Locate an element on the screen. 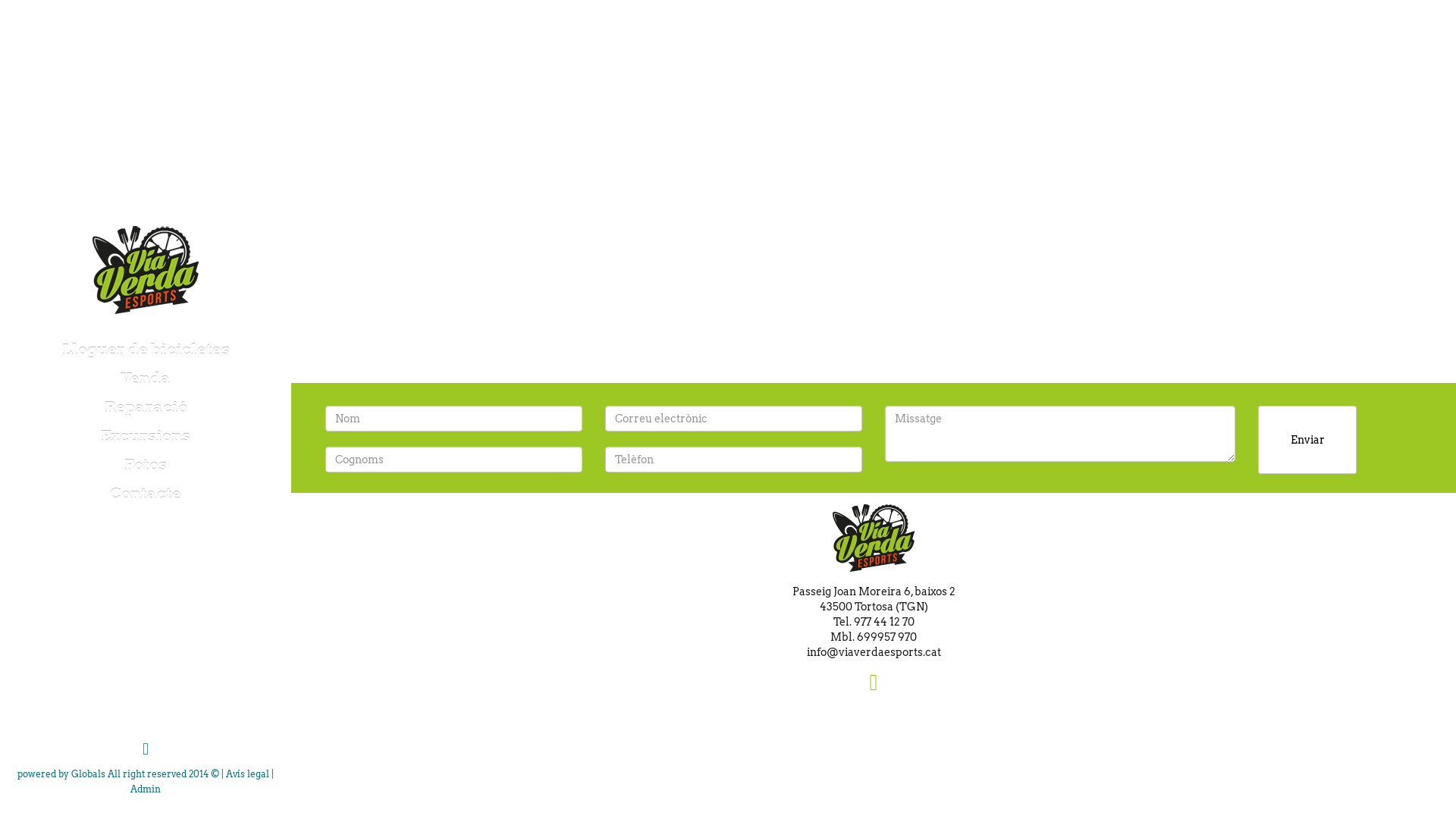 The image size is (1456, 819). 'Contacte' is located at coordinates (146, 494).